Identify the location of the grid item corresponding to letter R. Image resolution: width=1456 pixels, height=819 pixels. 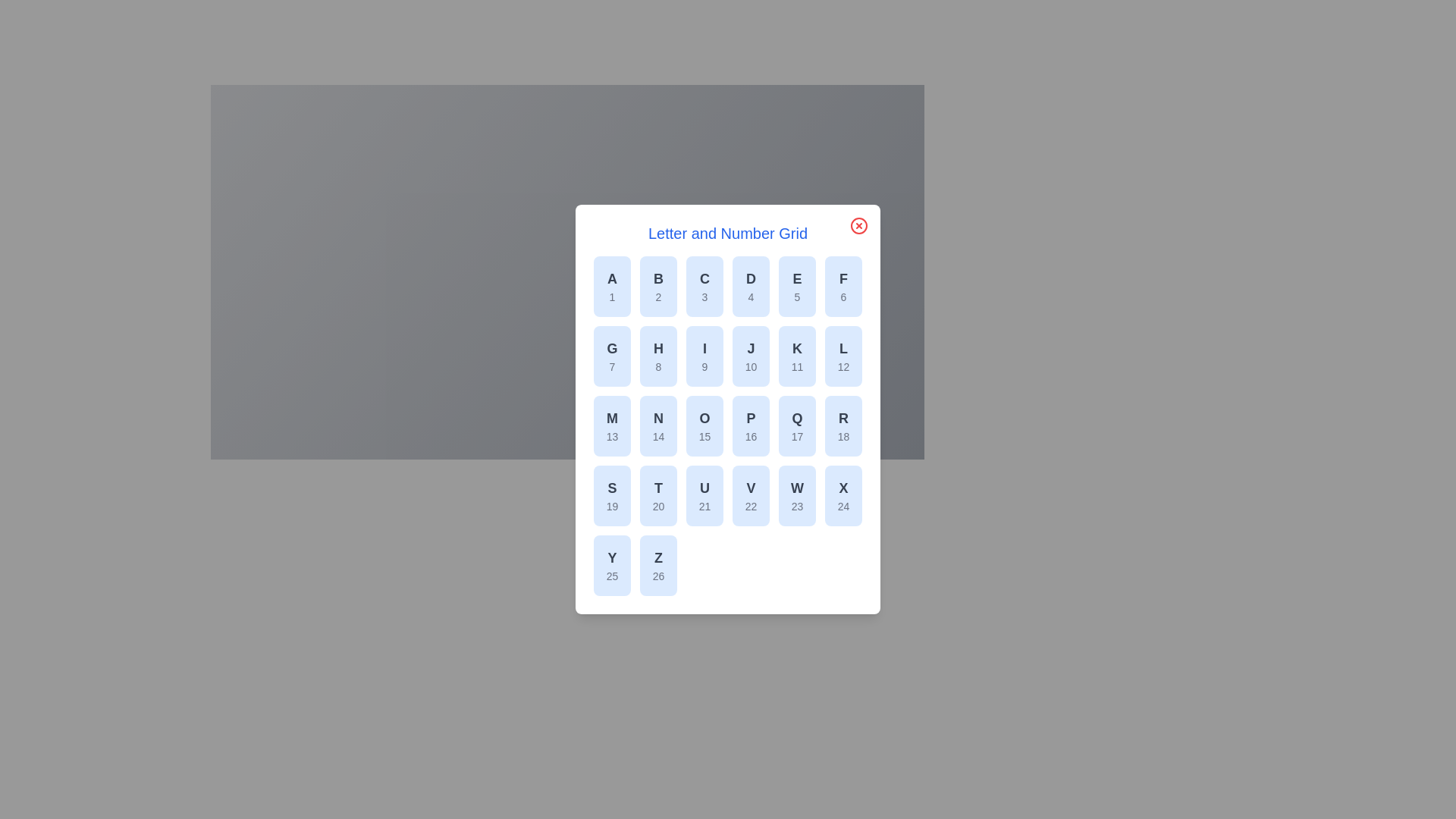
(843, 426).